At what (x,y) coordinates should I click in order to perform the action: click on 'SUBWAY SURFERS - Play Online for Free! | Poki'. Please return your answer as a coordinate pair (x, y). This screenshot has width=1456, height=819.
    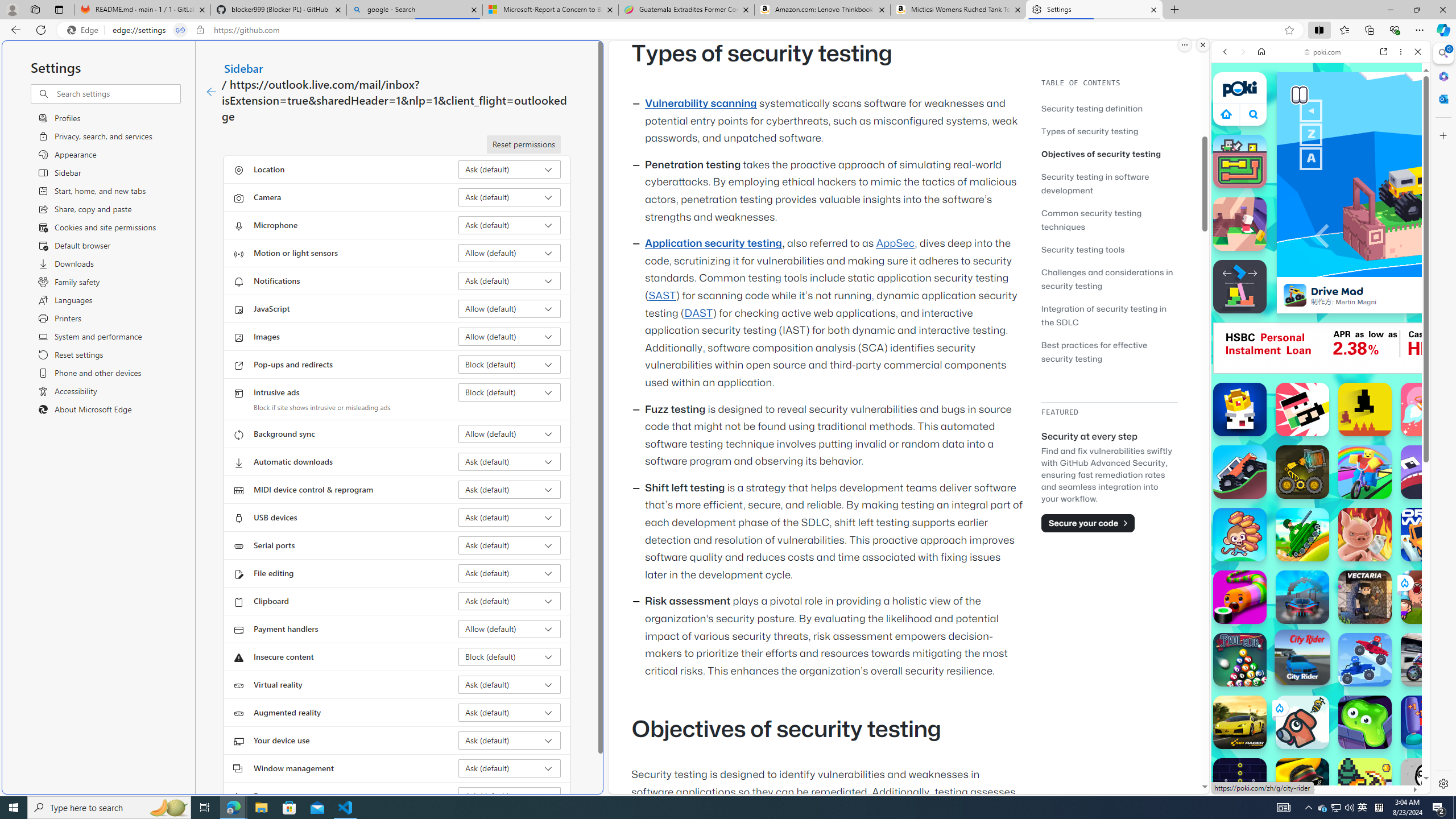
    Looking at the image, I should click on (1316, 764).